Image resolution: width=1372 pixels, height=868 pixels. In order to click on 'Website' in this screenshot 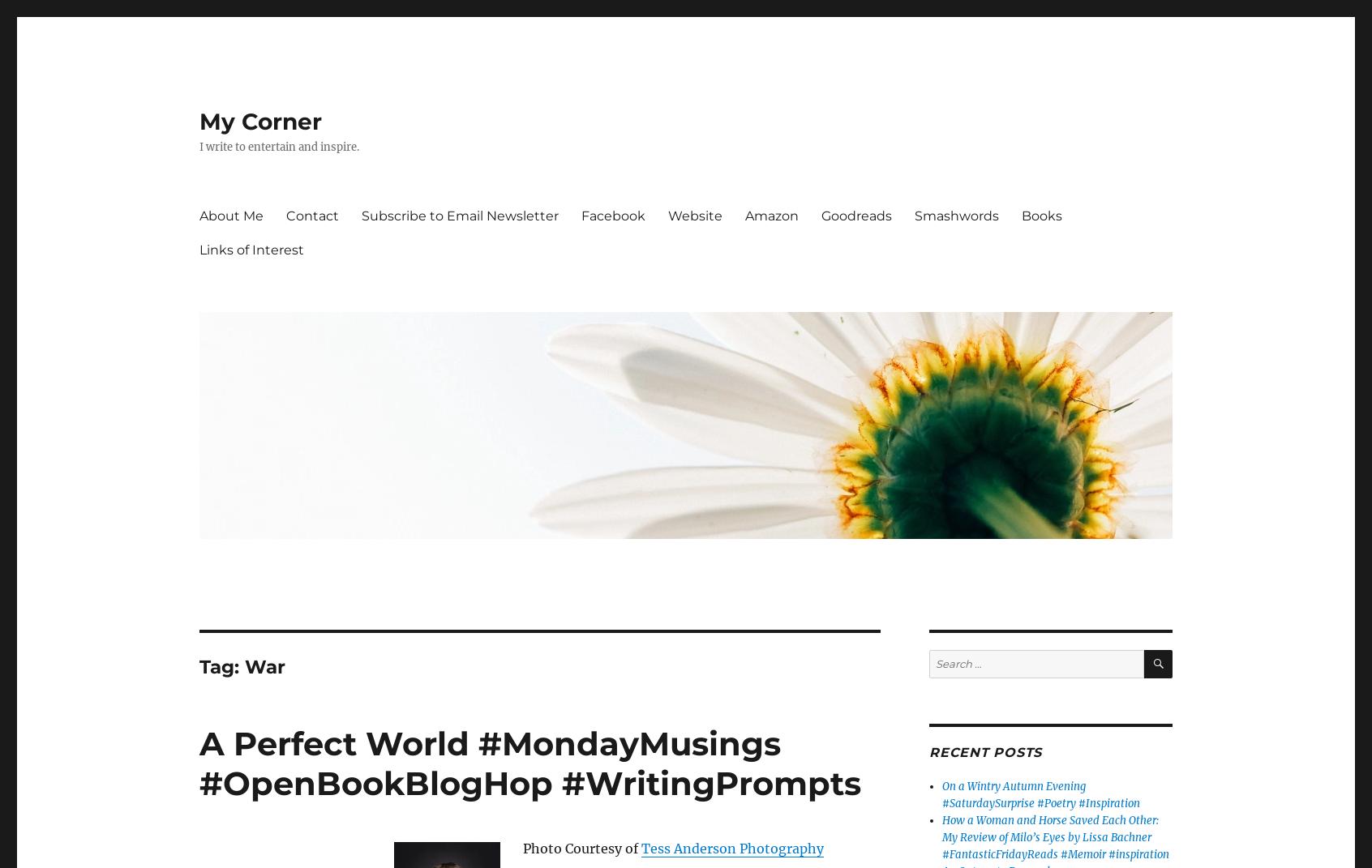, I will do `click(668, 215)`.